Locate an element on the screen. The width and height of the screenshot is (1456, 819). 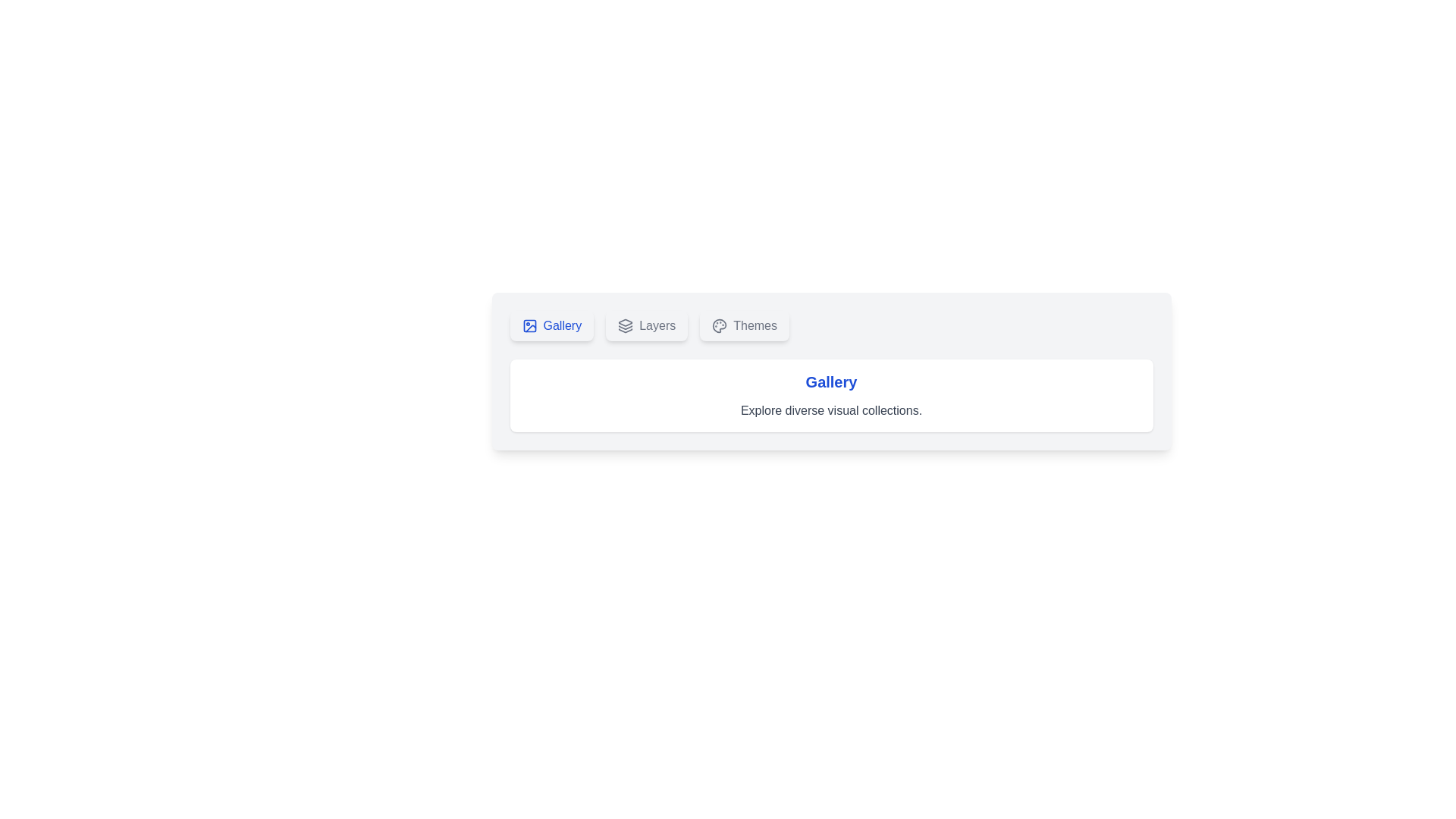
the Gallery tab to view its content is located at coordinates (551, 325).